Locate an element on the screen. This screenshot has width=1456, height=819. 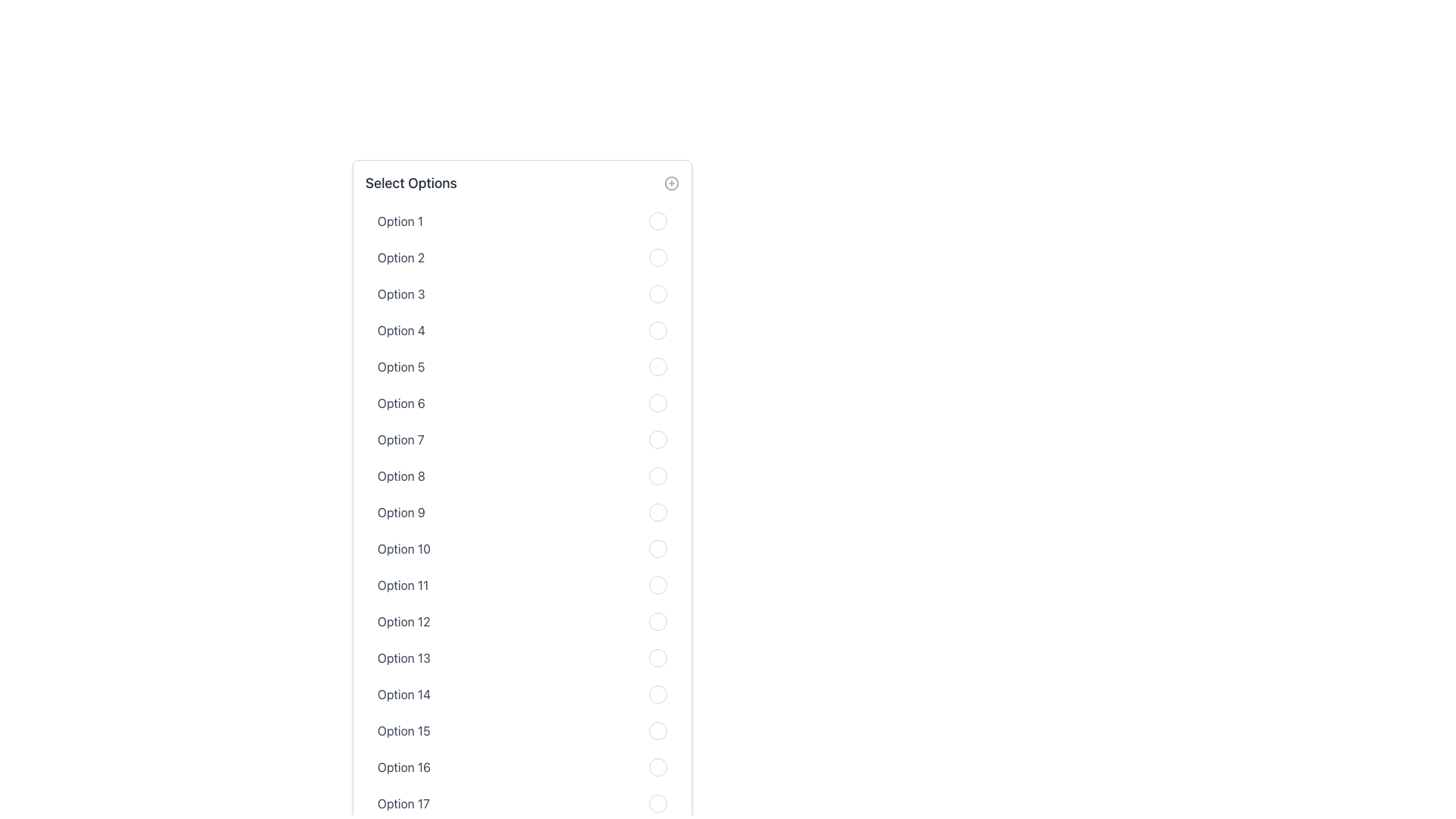
the text label displaying 'Option 11', which is part of a vertical list of options and is positioned to the left of a circular selectable icon is located at coordinates (403, 584).